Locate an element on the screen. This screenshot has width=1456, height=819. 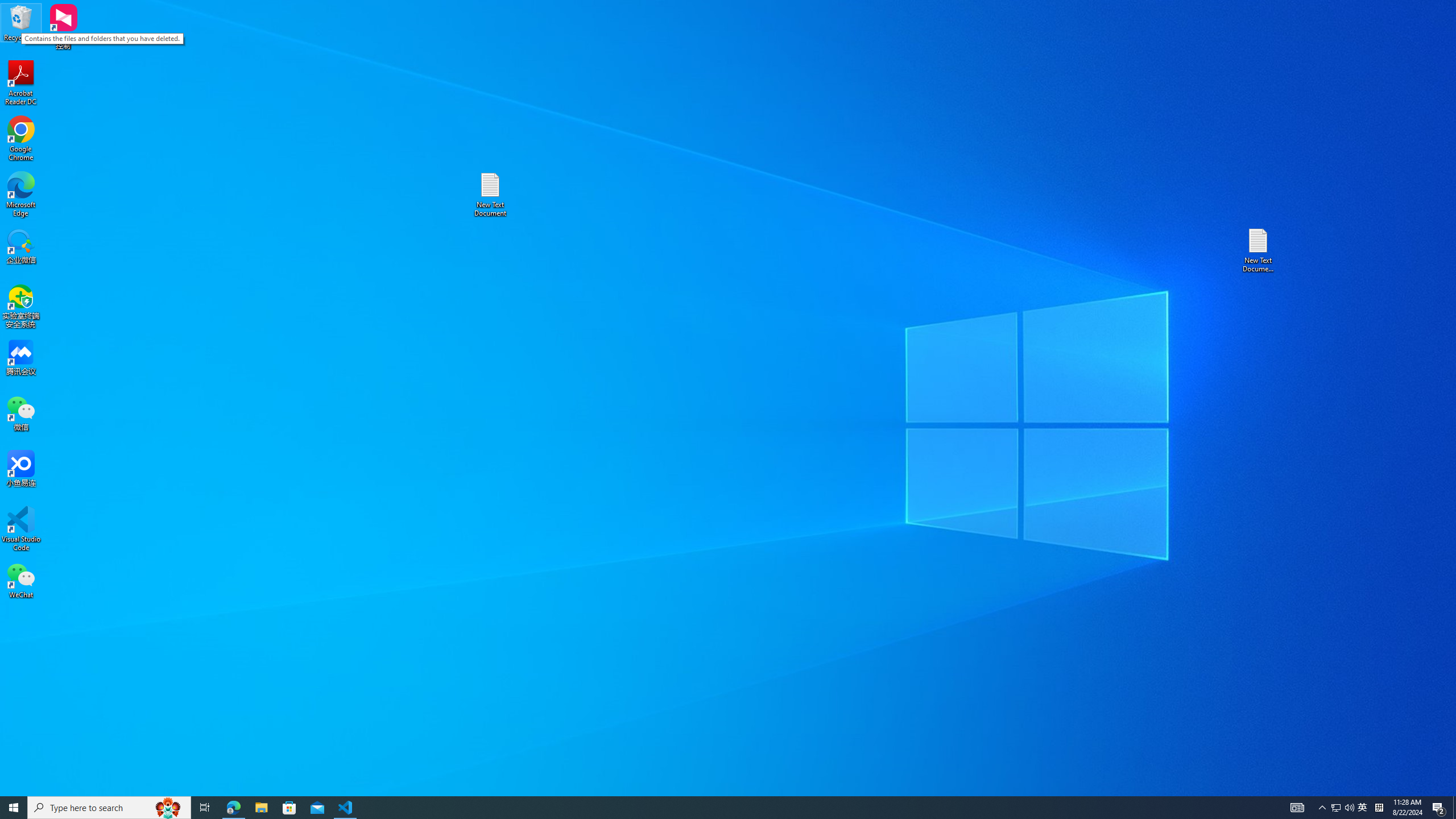
'File Explorer' is located at coordinates (260, 806).